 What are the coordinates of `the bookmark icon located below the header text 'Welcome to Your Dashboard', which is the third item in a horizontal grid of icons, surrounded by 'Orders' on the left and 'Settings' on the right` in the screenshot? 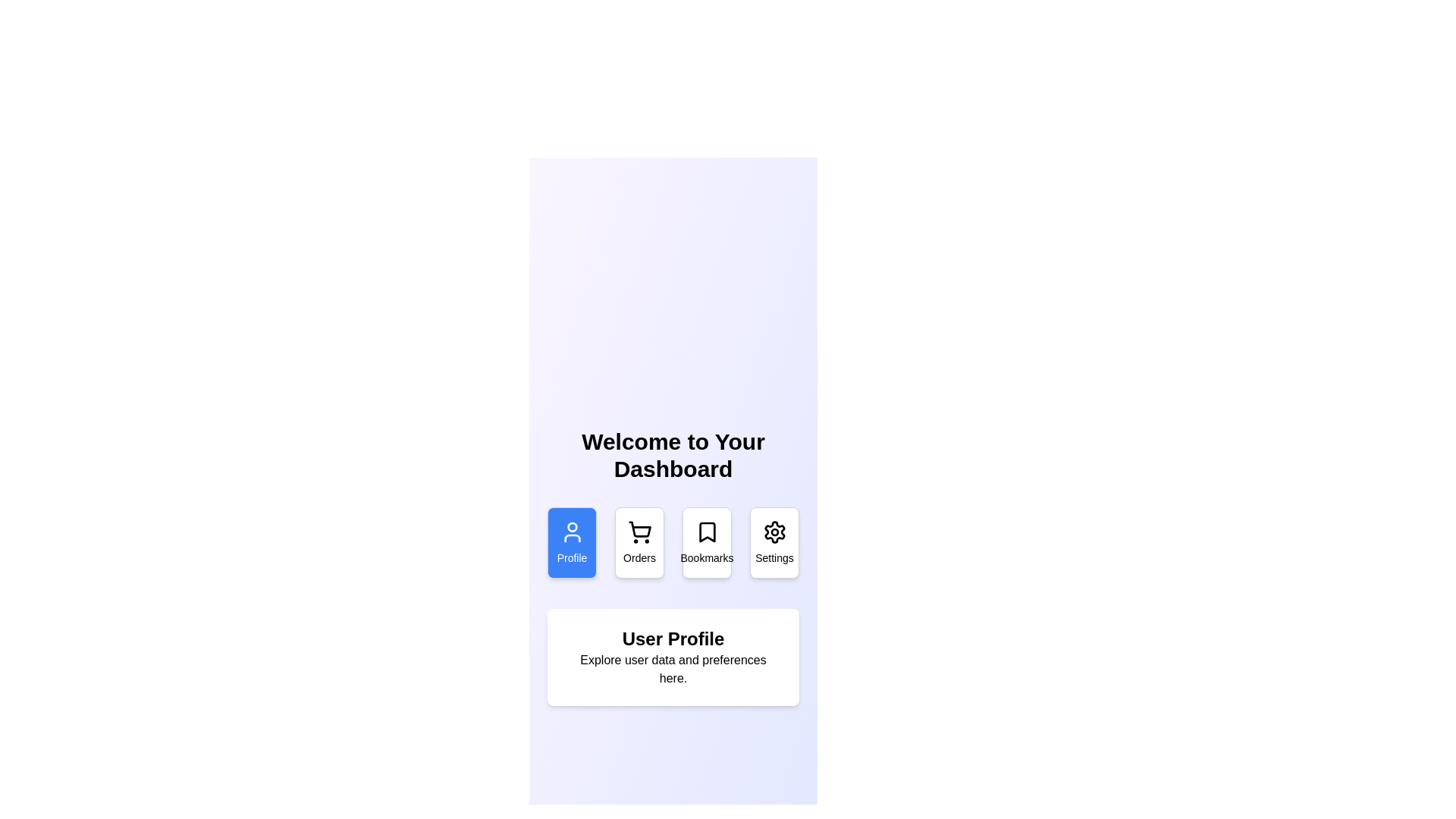 It's located at (706, 532).